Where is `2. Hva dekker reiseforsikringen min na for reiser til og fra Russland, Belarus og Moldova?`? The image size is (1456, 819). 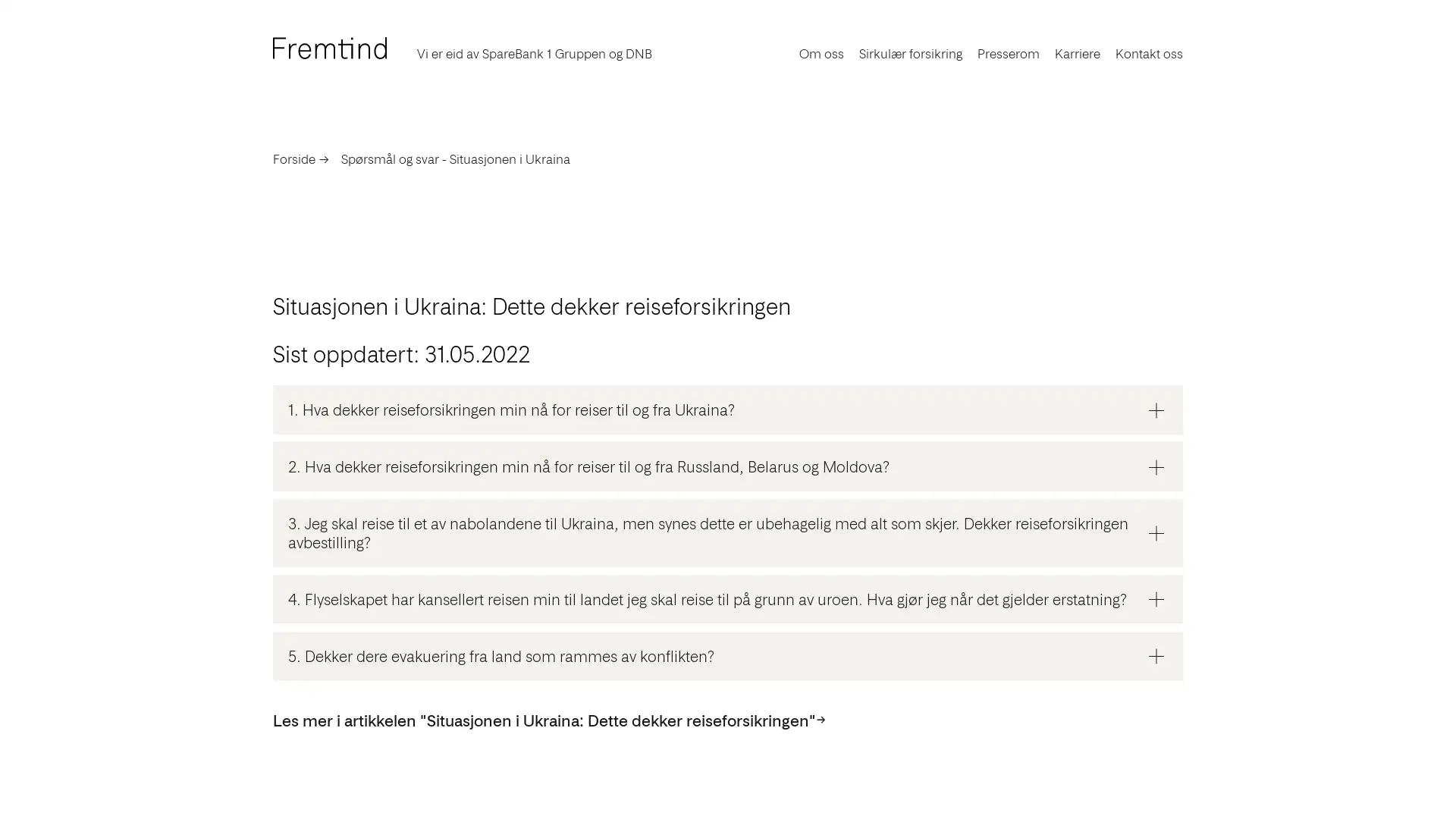
2. Hva dekker reiseforsikringen min na for reiser til og fra Russland, Belarus og Moldova? is located at coordinates (728, 466).